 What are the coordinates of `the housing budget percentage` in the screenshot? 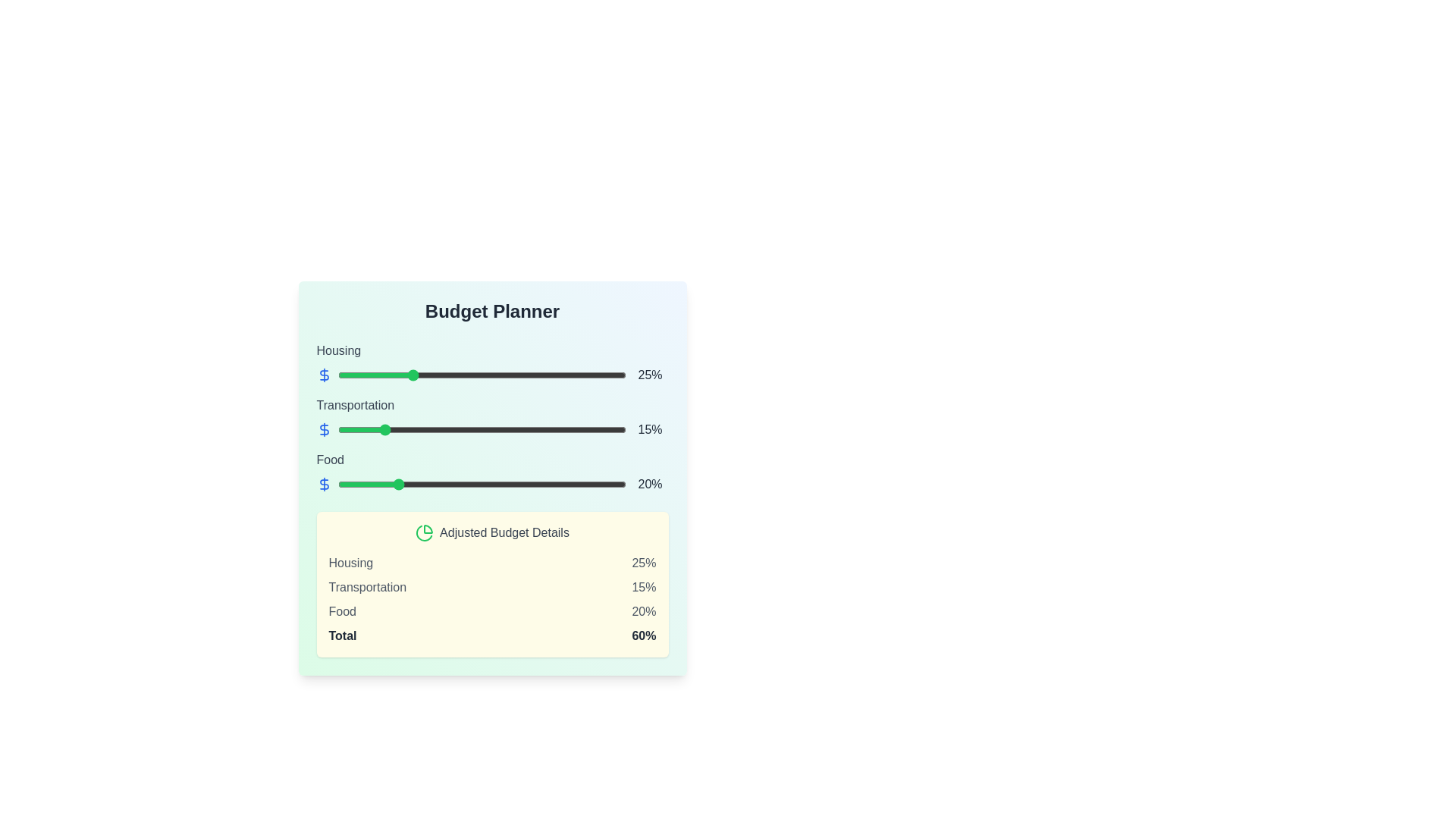 It's located at (493, 375).